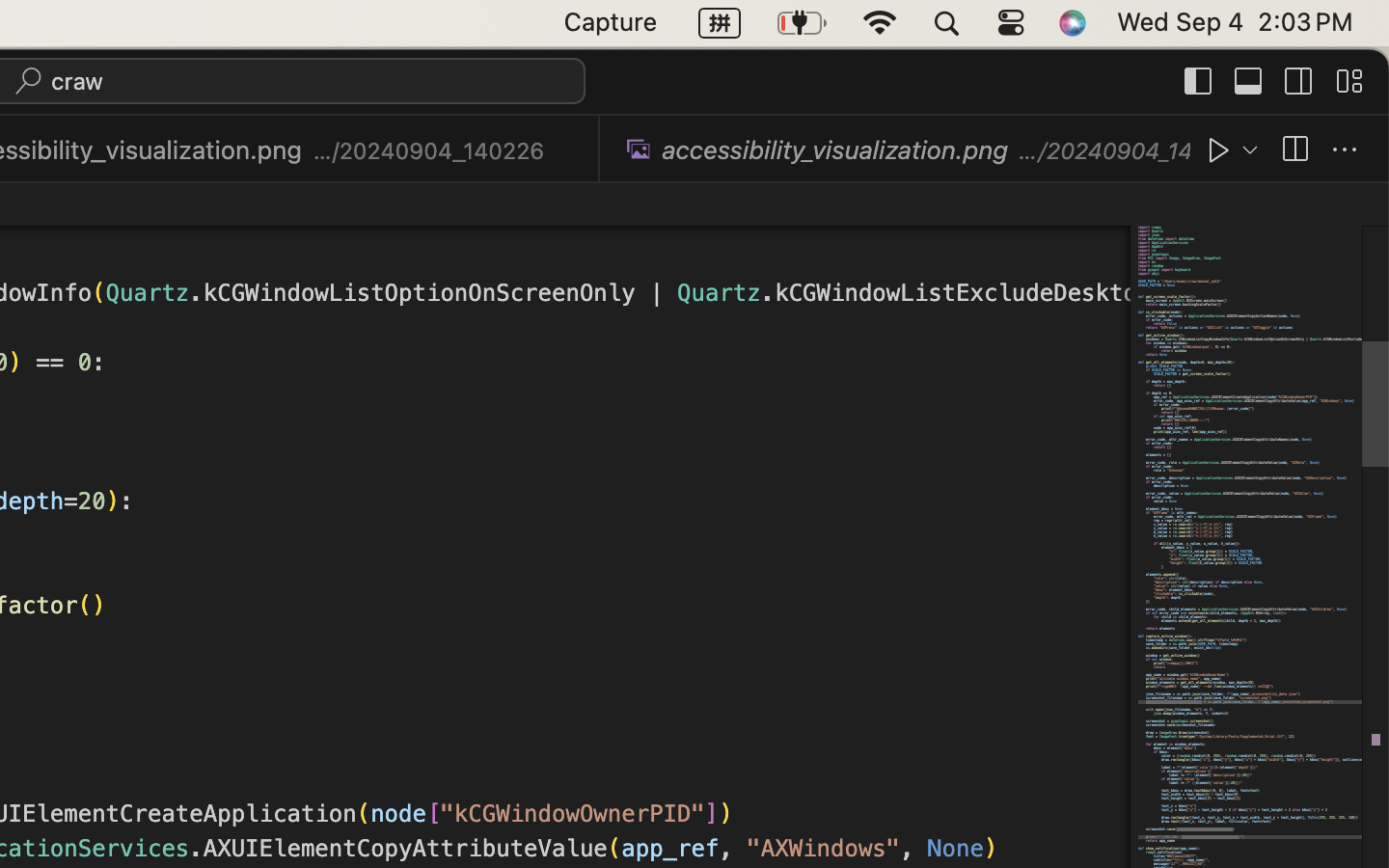  I want to click on '', so click(1297, 79).